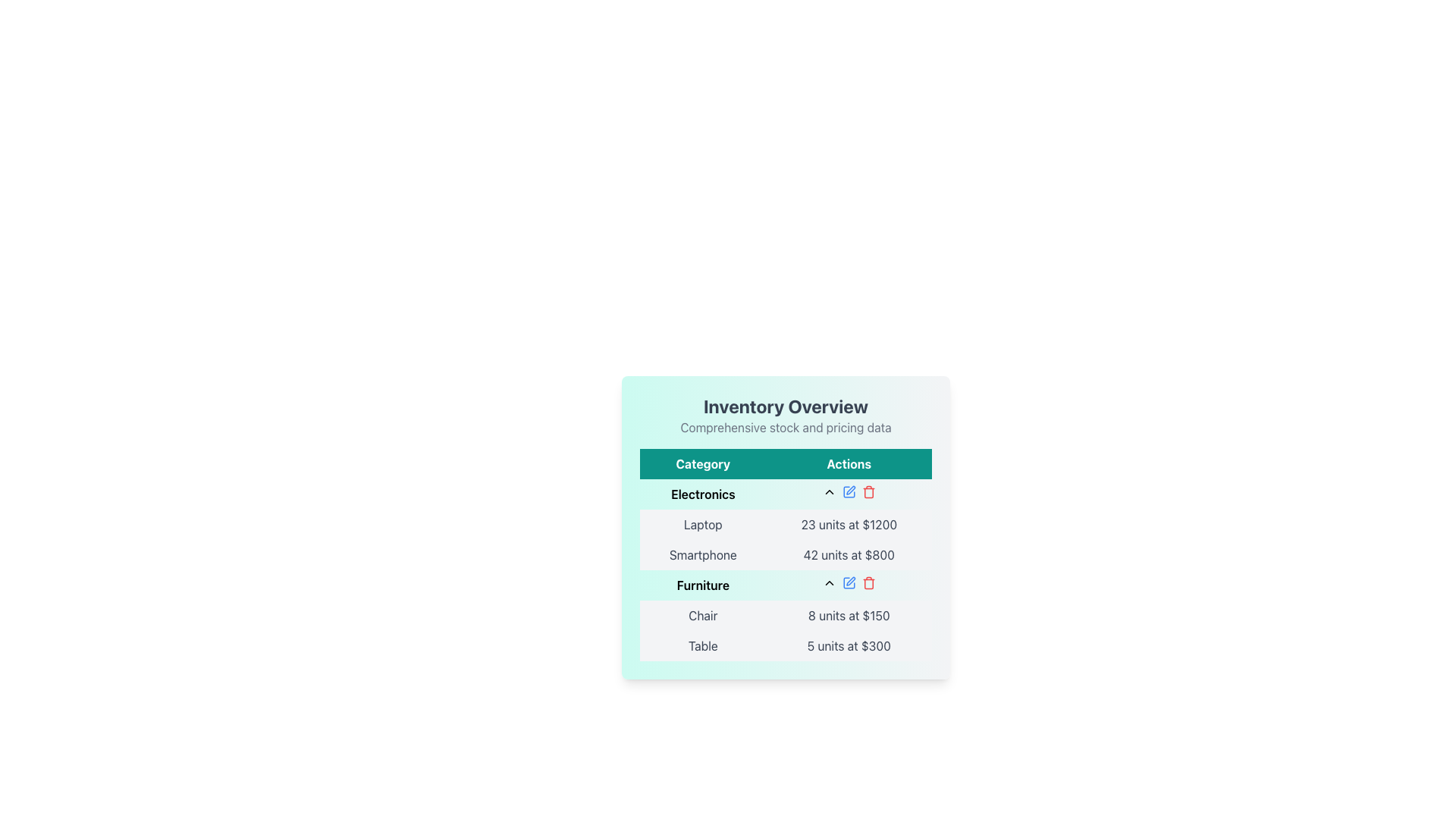 This screenshot has height=819, width=1456. What do you see at coordinates (848, 523) in the screenshot?
I see `the text label displaying '23 units at $1200', which is located under the 'Laptop' row in the 'Electronics' category` at bounding box center [848, 523].